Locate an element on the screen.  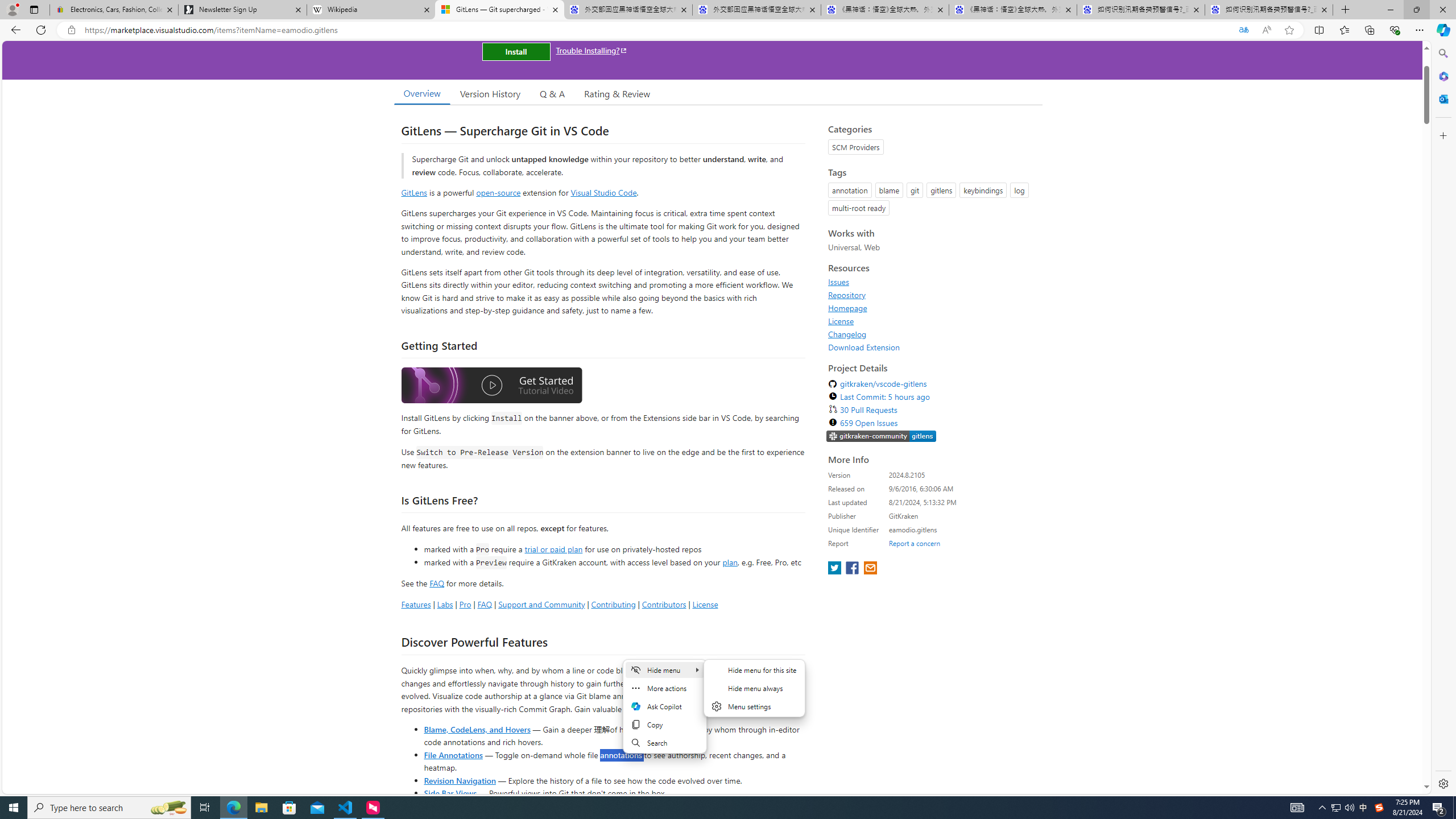
'Version History' is located at coordinates (489, 93).